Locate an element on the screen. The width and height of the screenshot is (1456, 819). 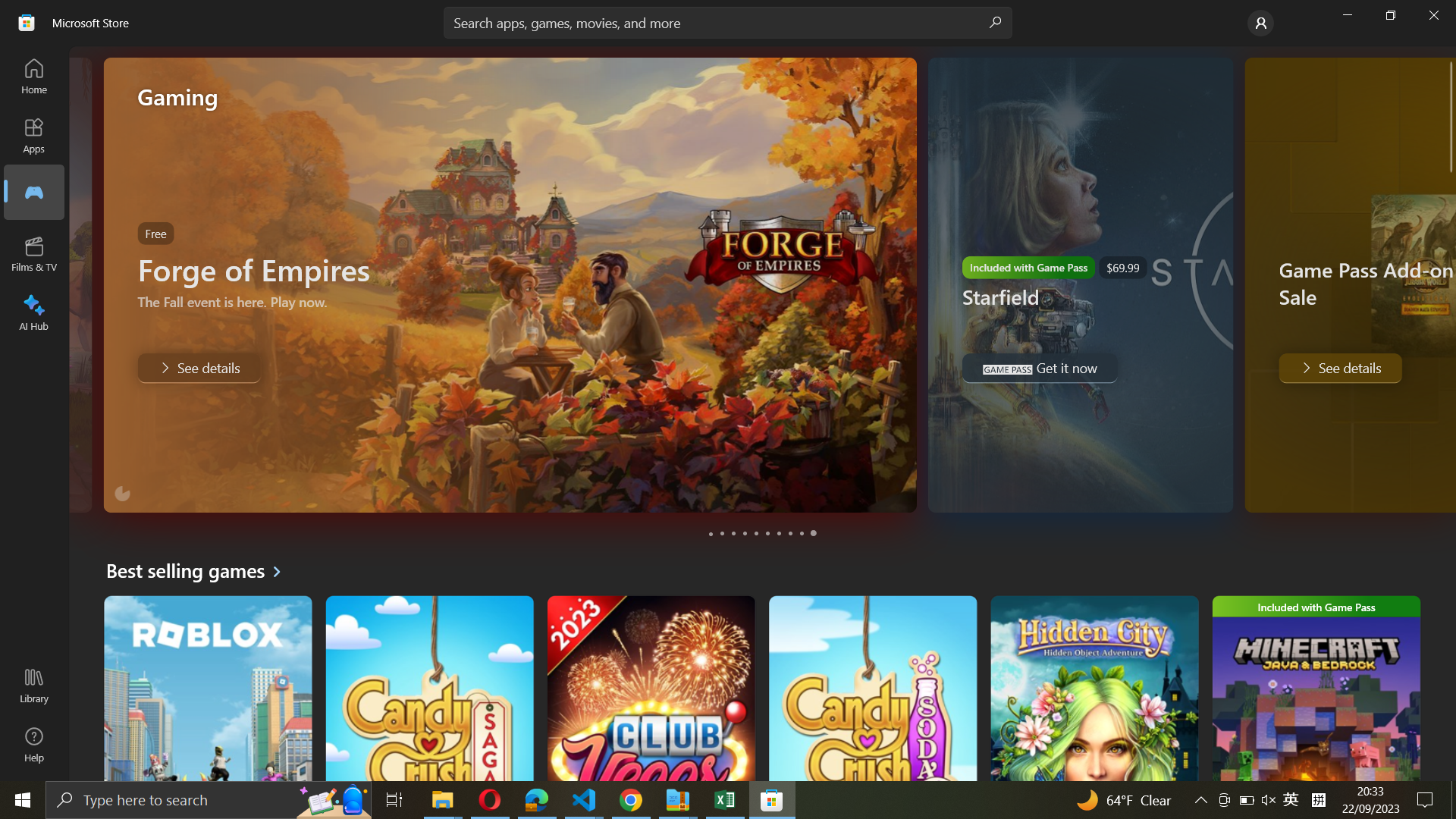
Go to Best selling games is located at coordinates (199, 570).